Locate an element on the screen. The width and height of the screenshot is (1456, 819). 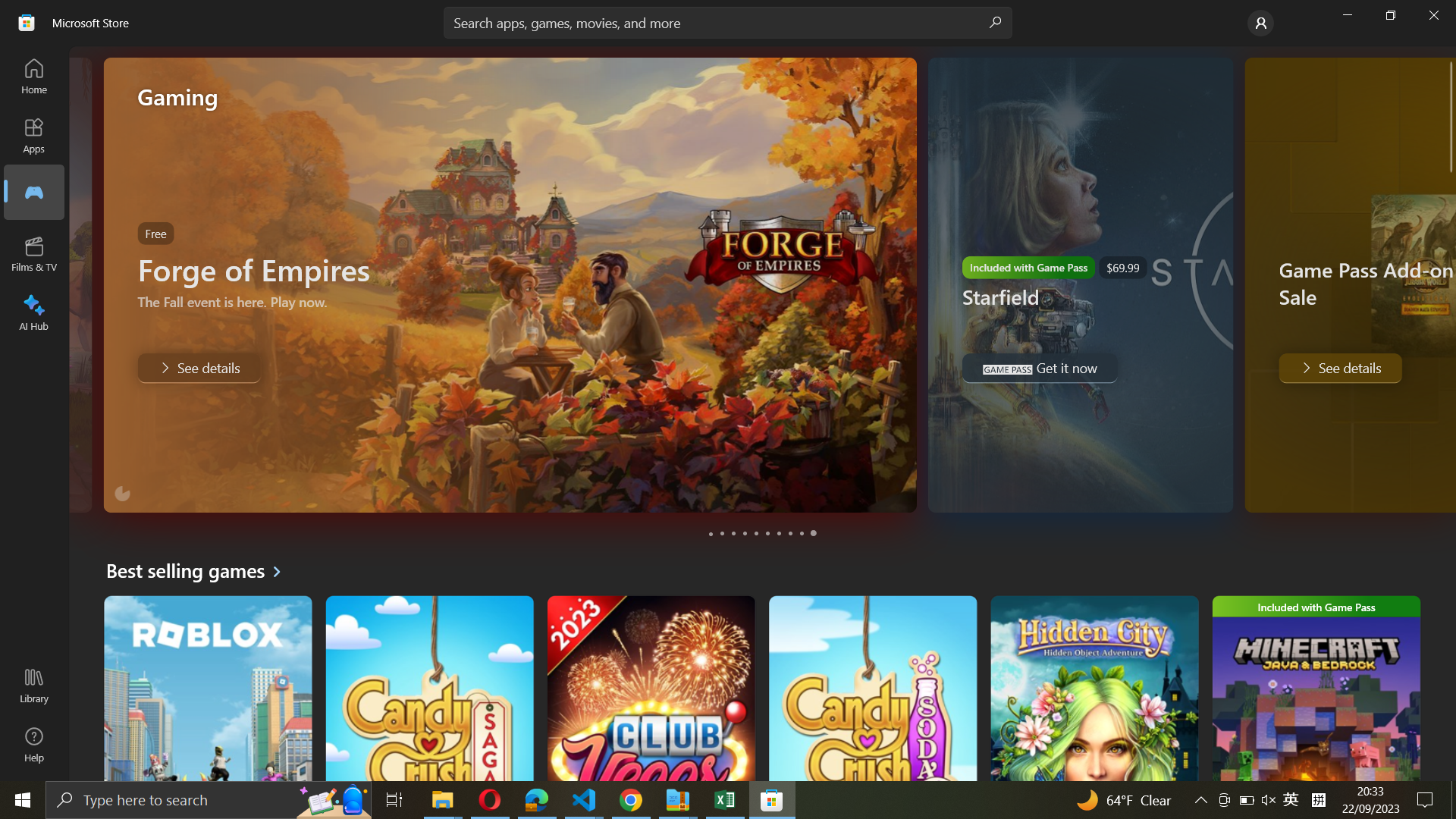
Go to Best selling games is located at coordinates (199, 570).